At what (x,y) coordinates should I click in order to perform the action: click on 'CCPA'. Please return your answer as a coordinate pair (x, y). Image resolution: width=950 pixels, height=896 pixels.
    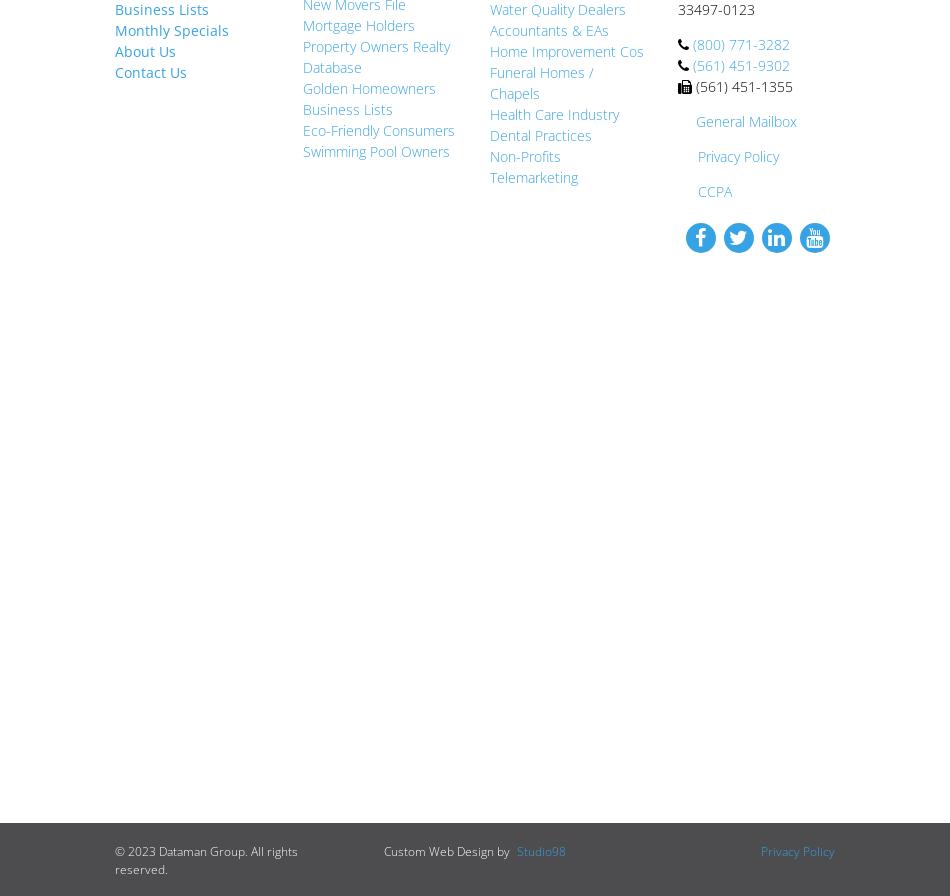
    Looking at the image, I should click on (704, 191).